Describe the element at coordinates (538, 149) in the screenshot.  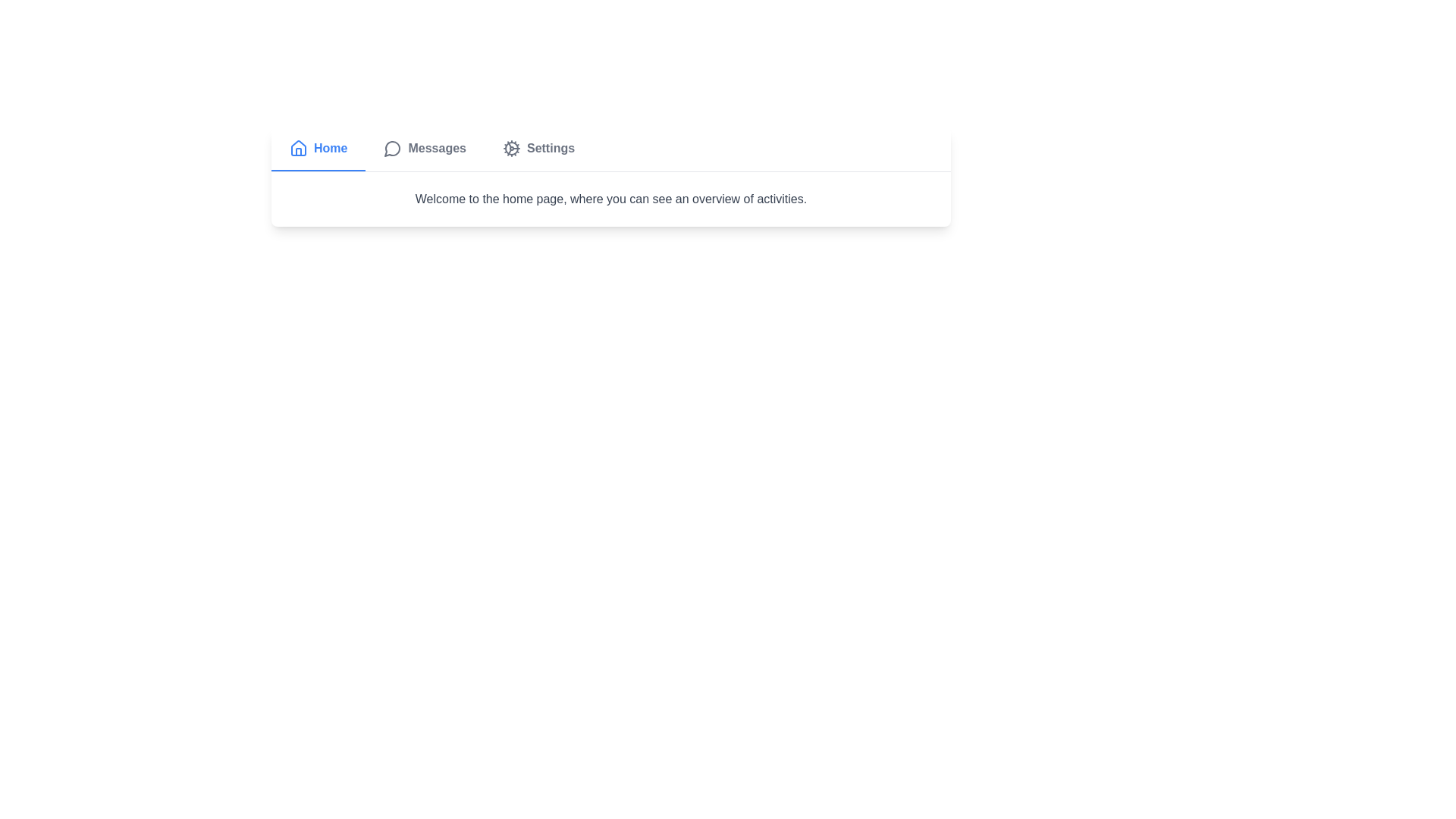
I see `the Settings tab by clicking on its label` at that location.